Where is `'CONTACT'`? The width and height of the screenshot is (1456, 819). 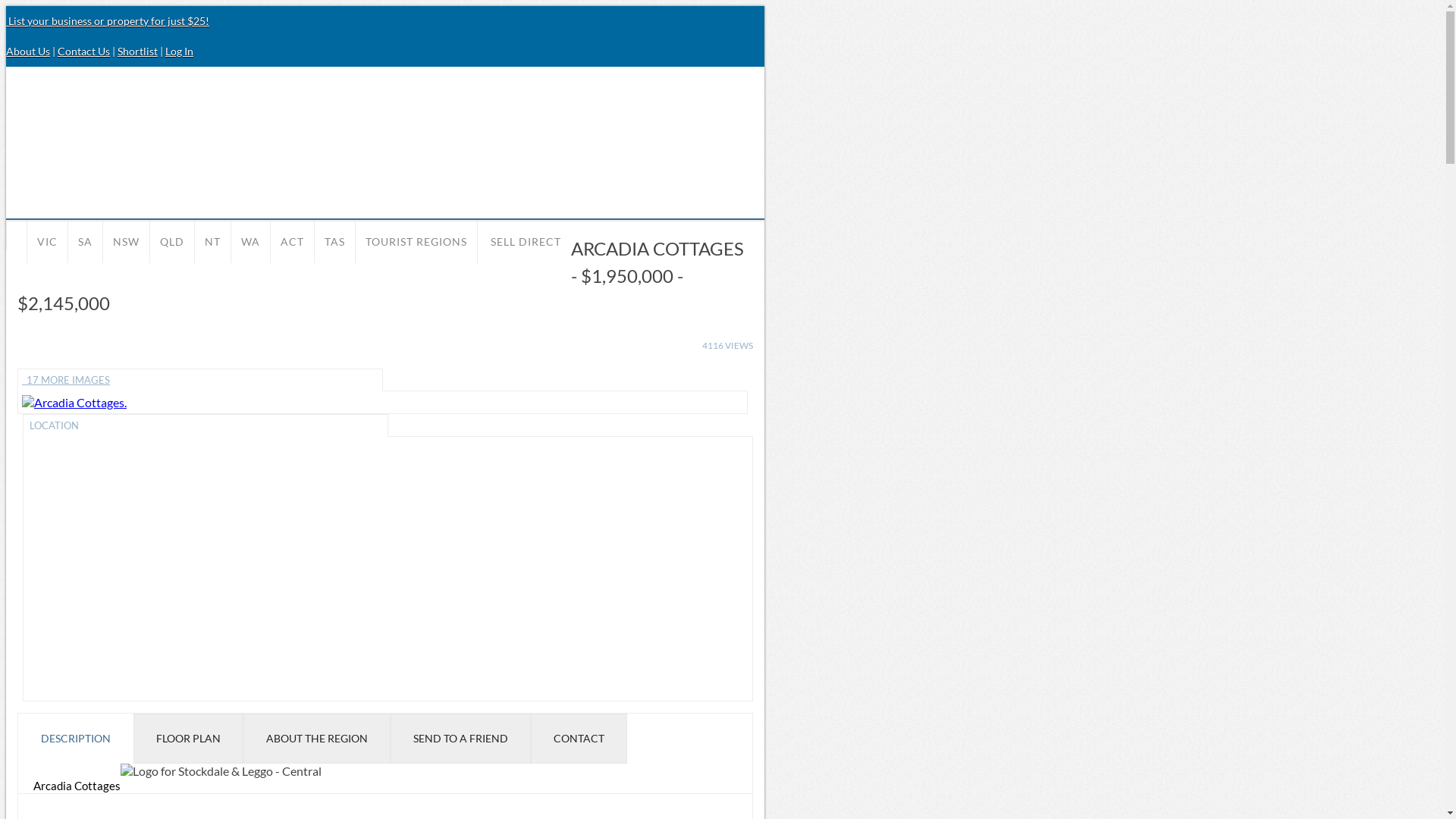 'CONTACT' is located at coordinates (578, 738).